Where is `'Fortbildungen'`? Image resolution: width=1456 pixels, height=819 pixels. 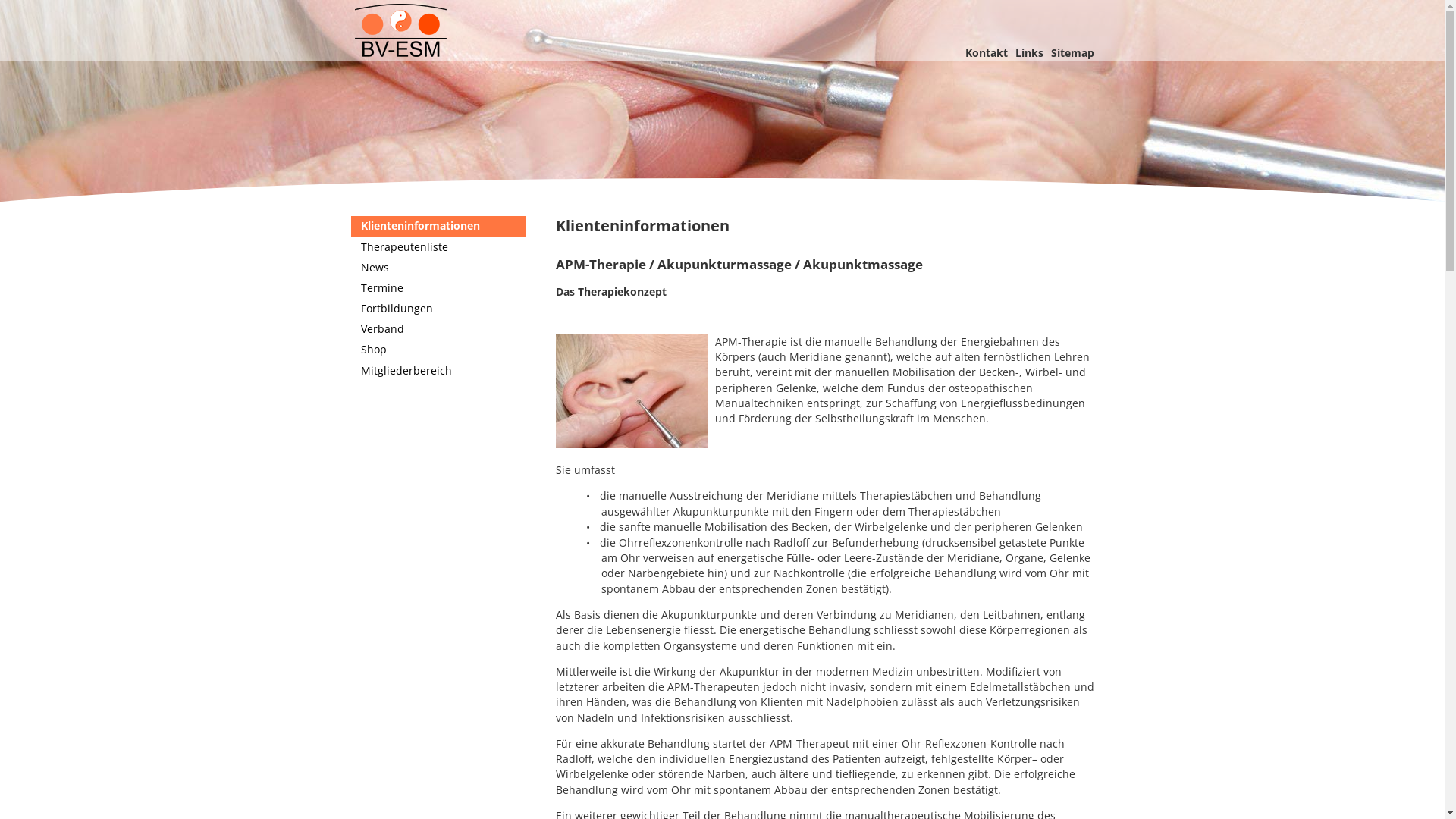
'Fortbildungen' is located at coordinates (349, 308).